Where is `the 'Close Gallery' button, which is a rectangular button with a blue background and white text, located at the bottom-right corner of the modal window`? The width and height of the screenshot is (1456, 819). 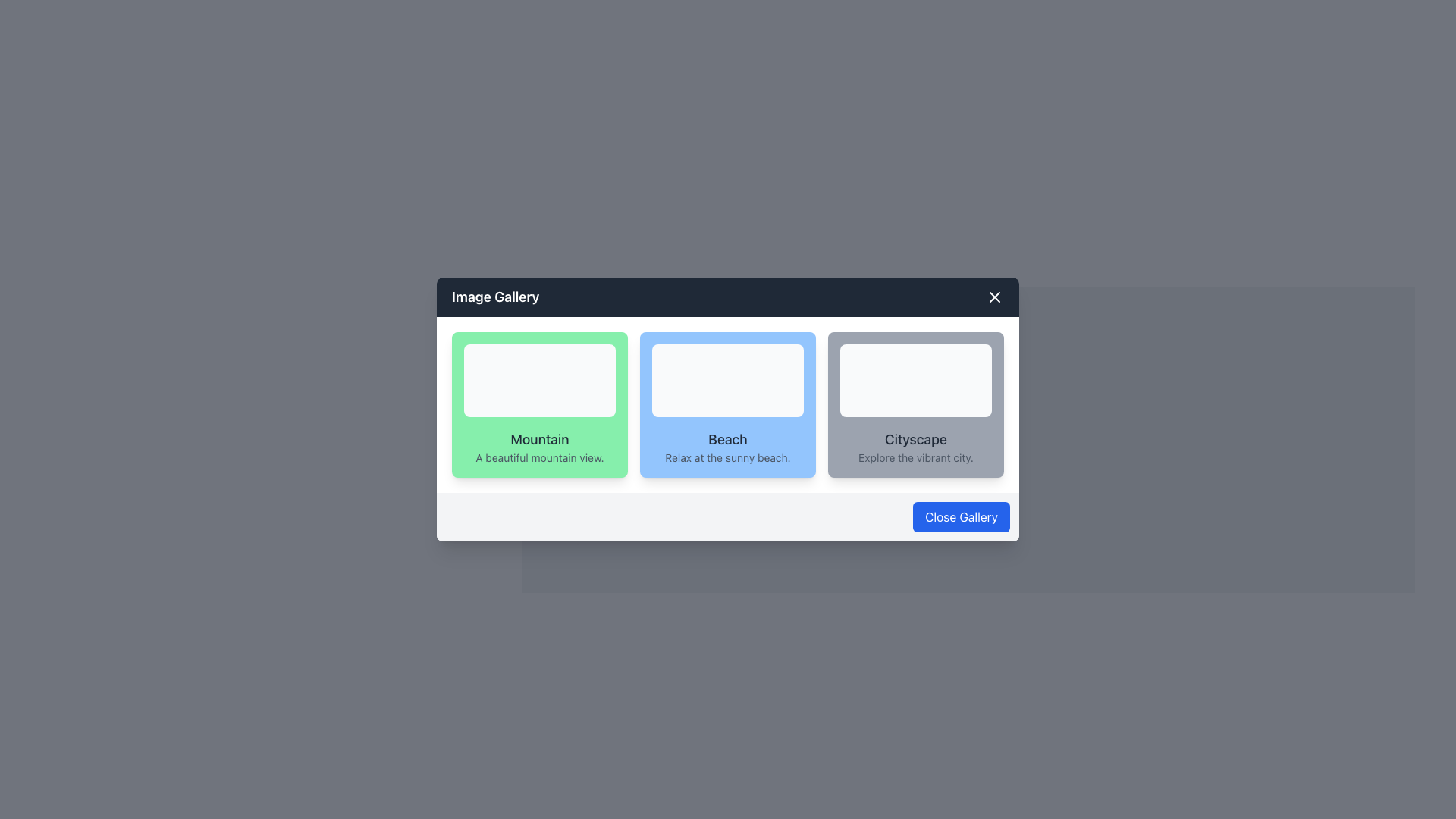
the 'Close Gallery' button, which is a rectangular button with a blue background and white text, located at the bottom-right corner of the modal window is located at coordinates (961, 516).